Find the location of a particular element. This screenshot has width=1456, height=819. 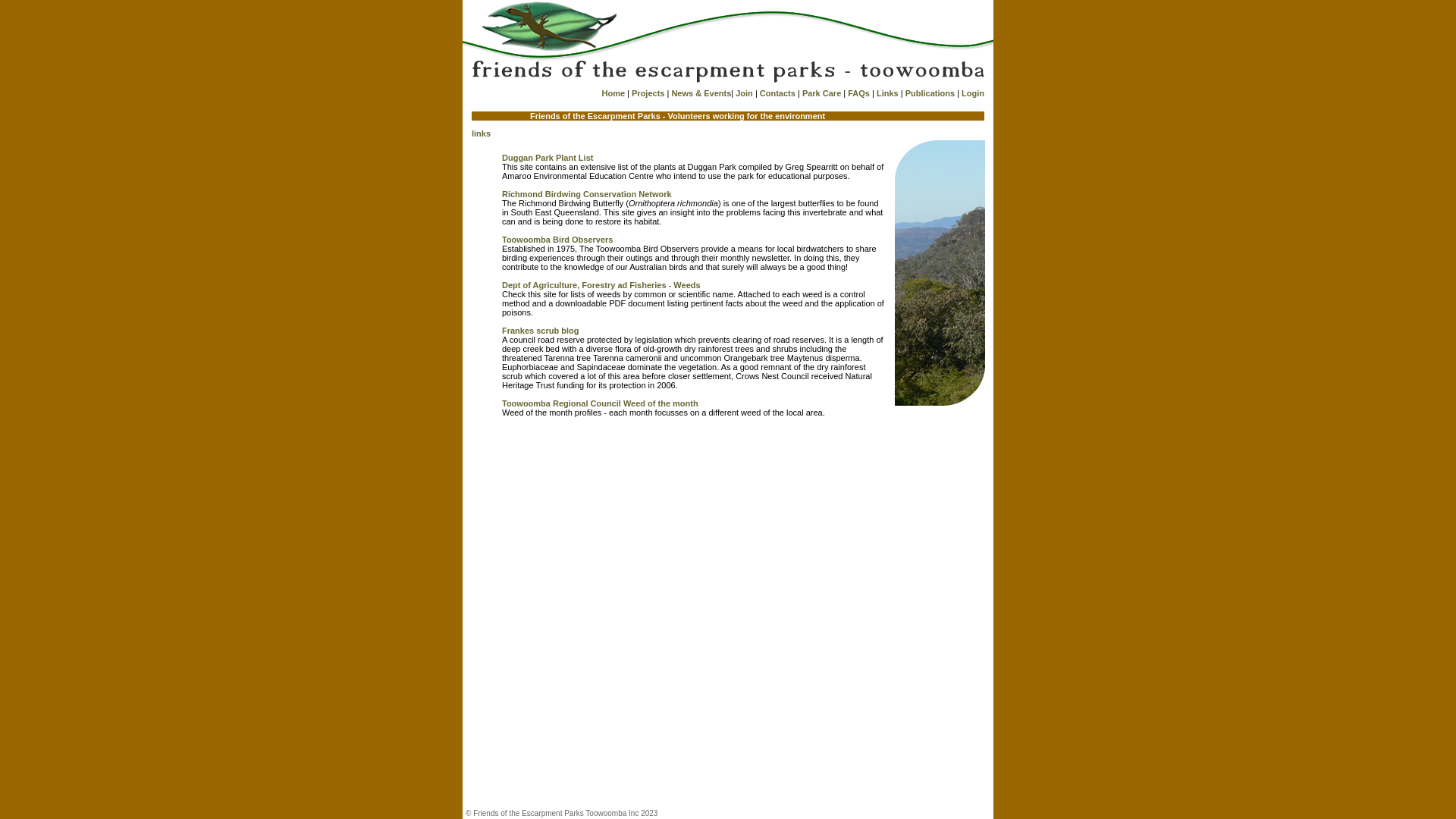

'Home' is located at coordinates (600, 93).